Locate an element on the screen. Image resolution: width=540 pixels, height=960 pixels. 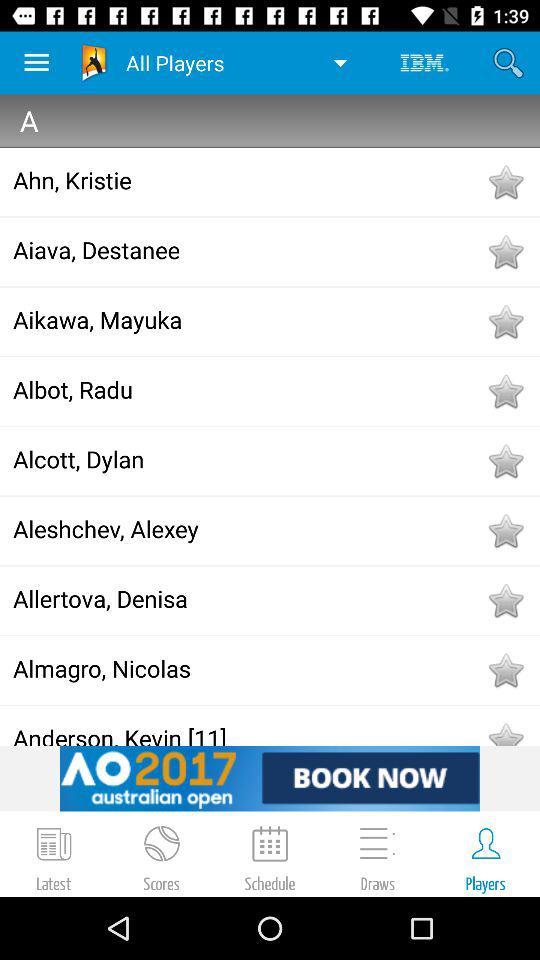
to favorites is located at coordinates (504, 321).